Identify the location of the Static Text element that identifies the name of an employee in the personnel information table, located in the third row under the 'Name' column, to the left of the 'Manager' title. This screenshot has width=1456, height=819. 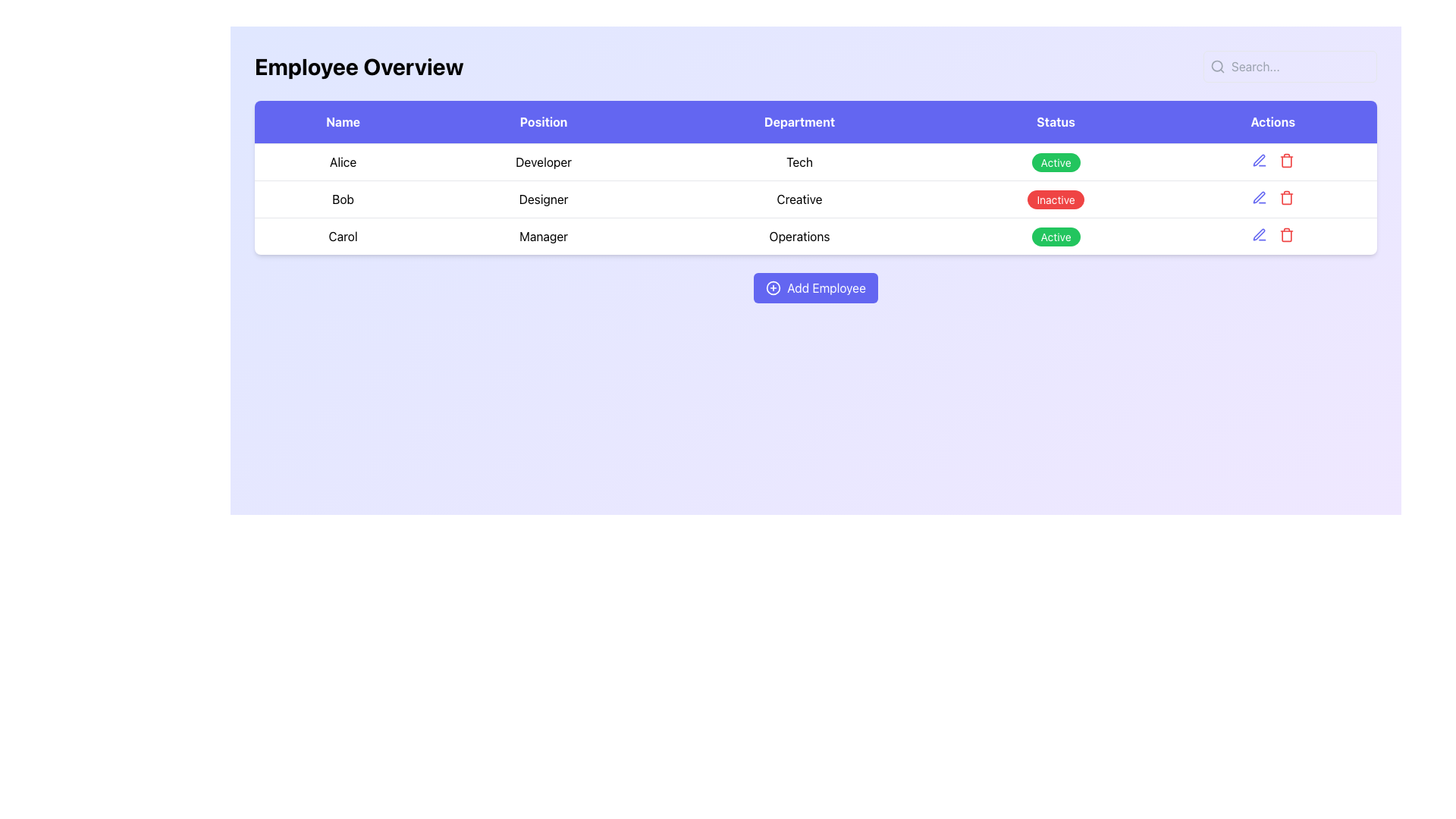
(342, 236).